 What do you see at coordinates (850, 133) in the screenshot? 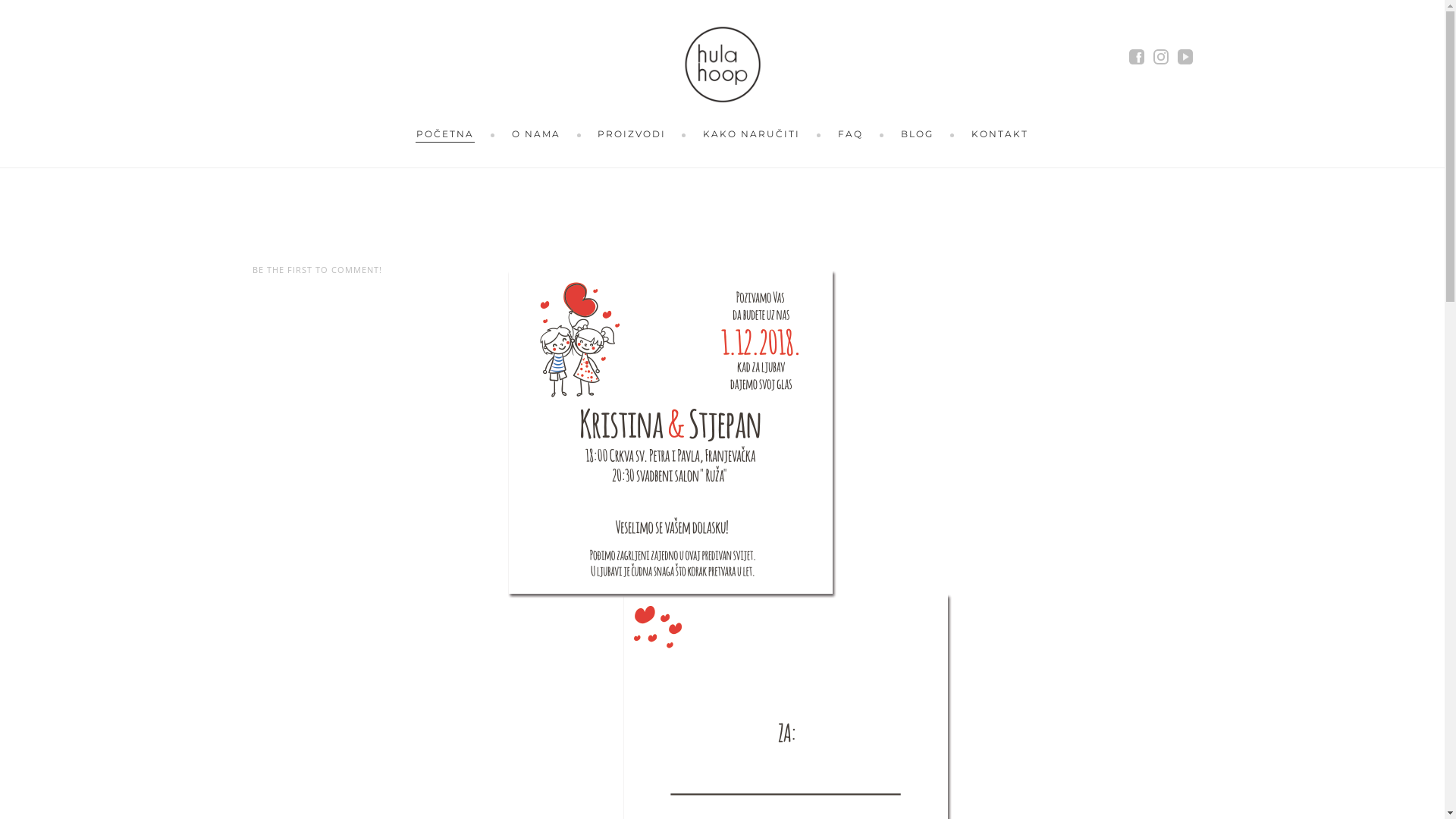
I see `'FAQ'` at bounding box center [850, 133].